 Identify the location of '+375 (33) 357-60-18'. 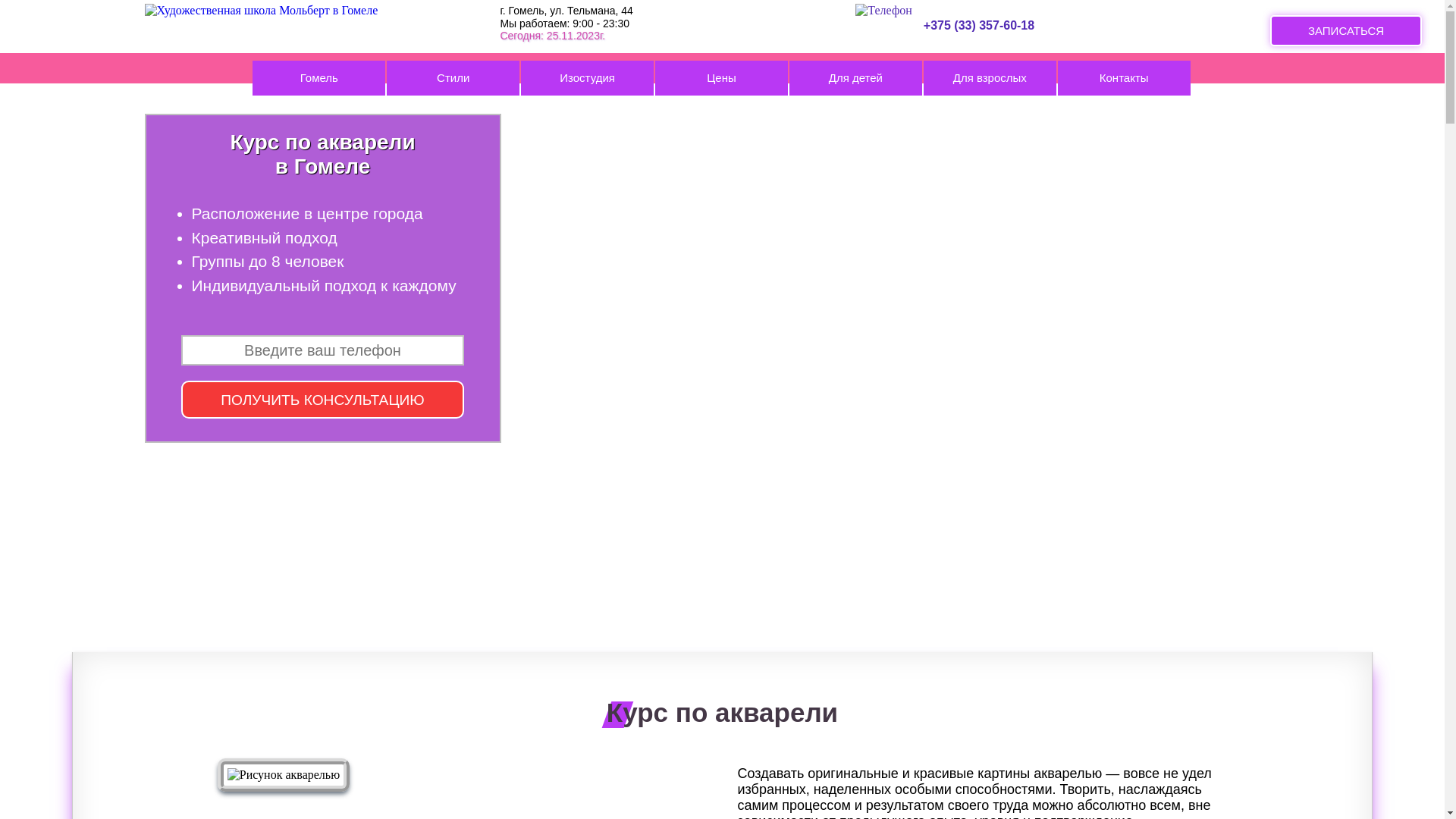
(973, 17).